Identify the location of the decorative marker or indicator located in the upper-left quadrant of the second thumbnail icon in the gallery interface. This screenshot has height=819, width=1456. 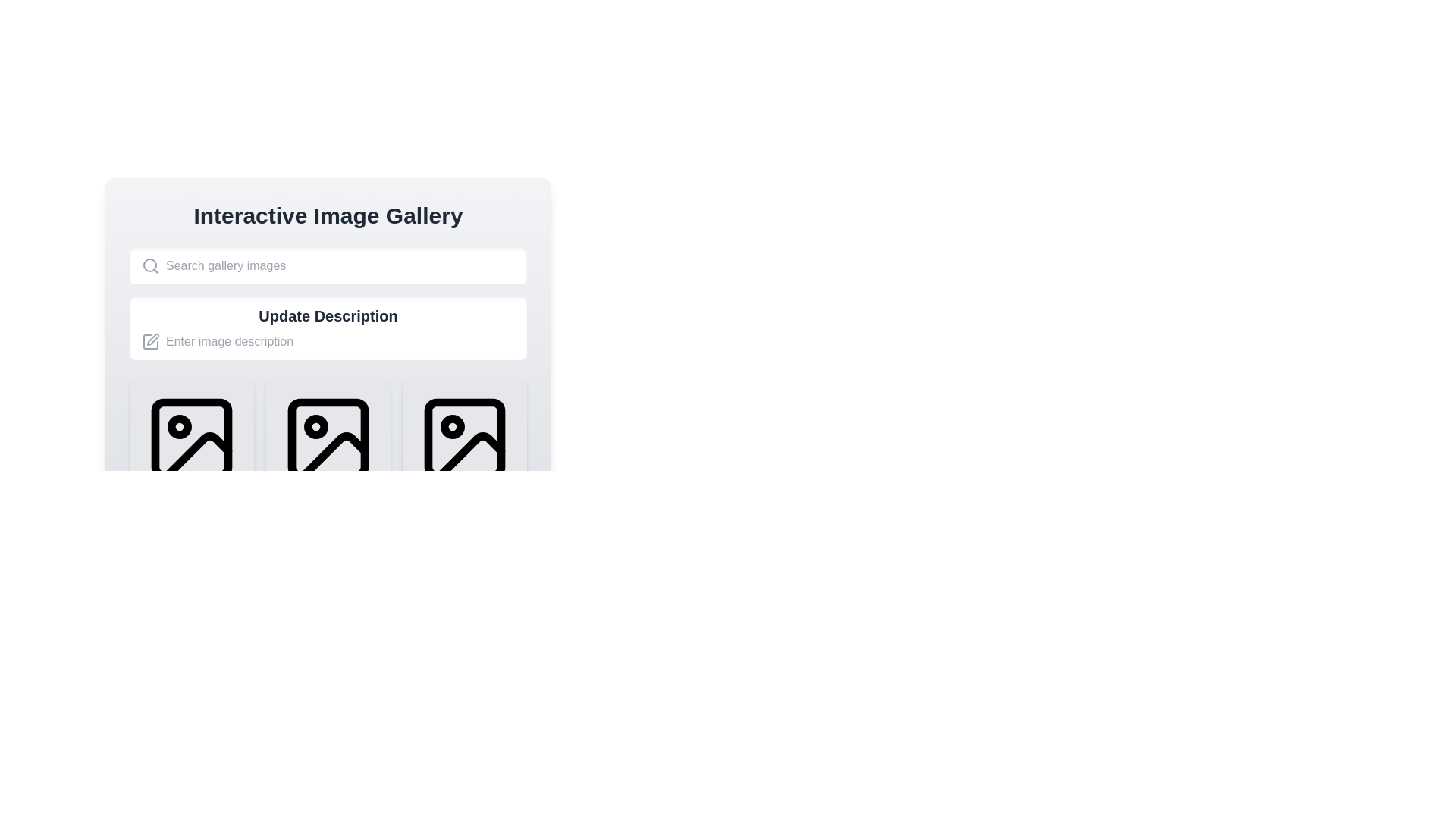
(315, 427).